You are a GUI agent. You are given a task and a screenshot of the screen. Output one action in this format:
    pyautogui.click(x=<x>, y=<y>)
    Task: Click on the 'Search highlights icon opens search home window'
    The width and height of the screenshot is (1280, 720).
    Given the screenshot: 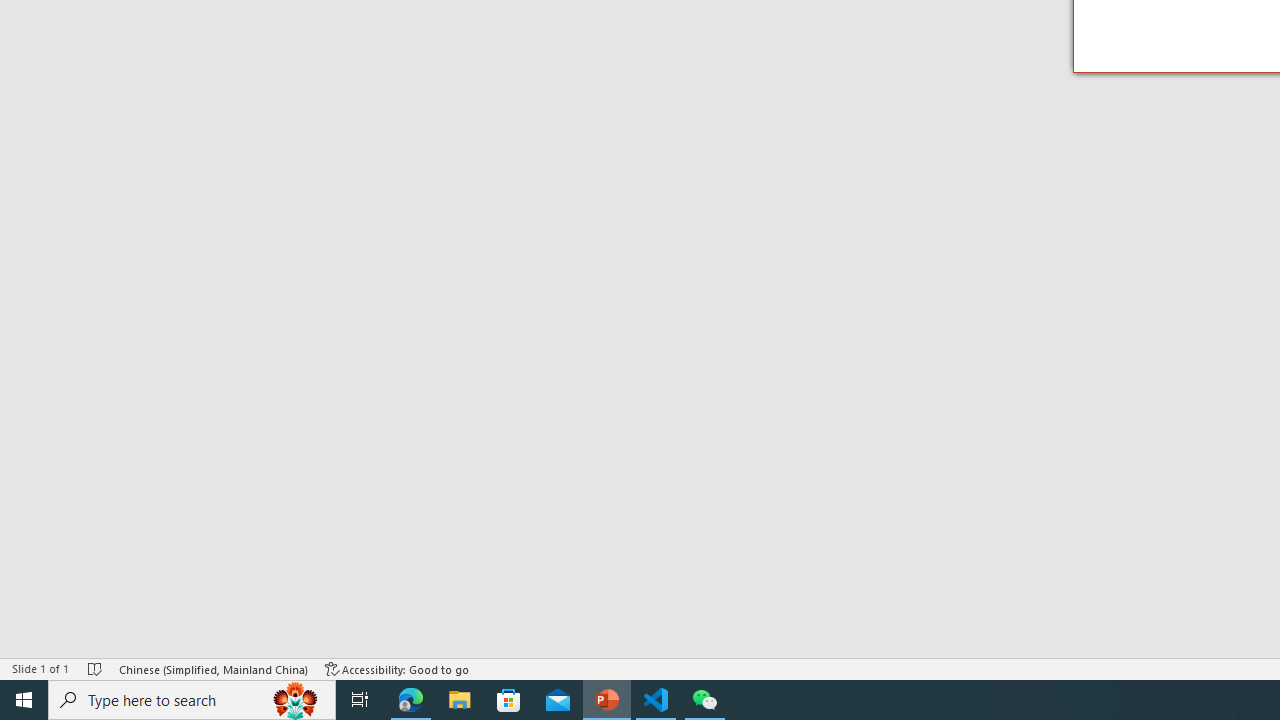 What is the action you would take?
    pyautogui.click(x=294, y=698)
    